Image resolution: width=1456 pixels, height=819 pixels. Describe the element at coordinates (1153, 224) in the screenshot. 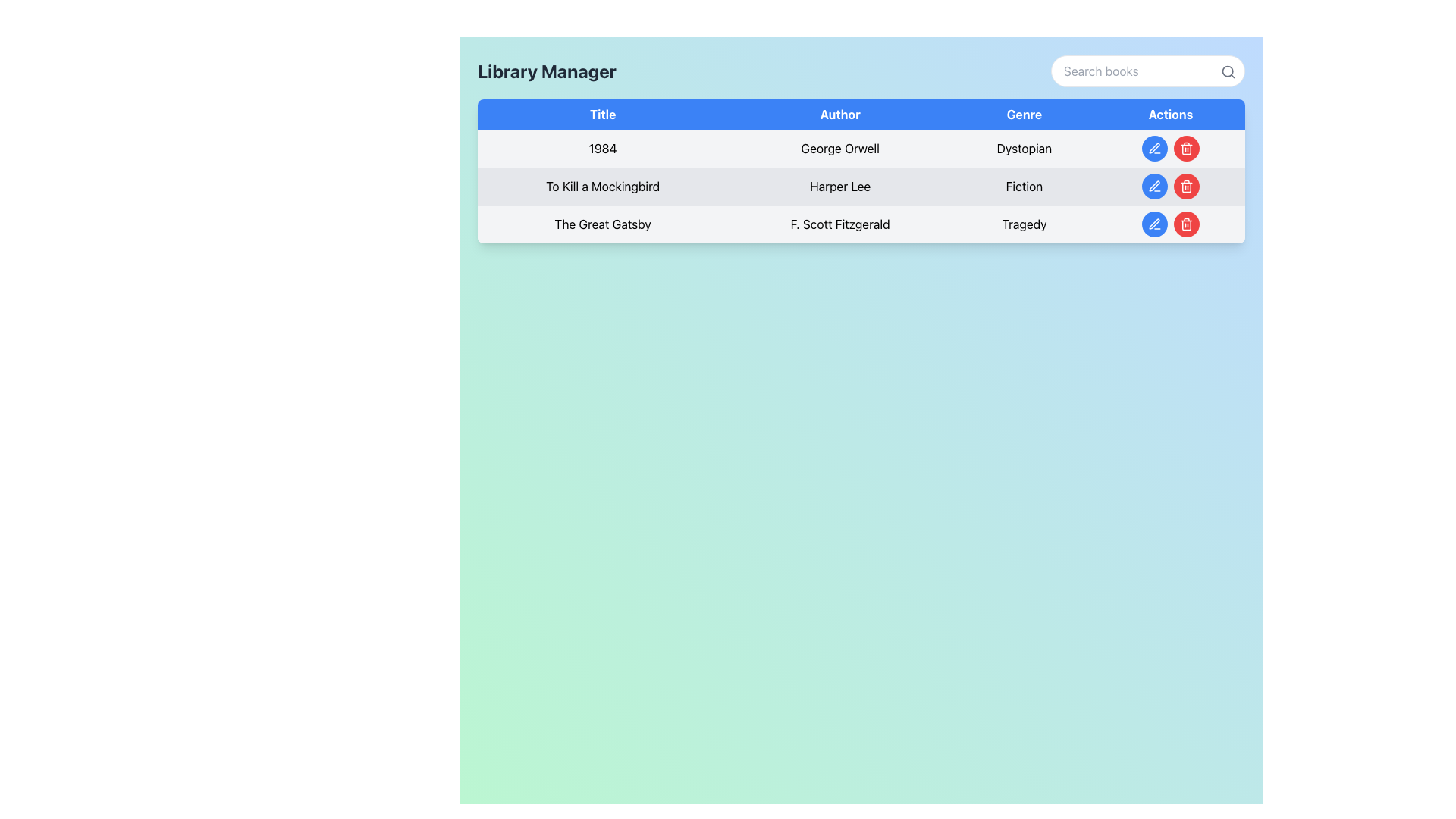

I see `the edit icon located in the 'Actions' column of the 'Library Manager' table, specifically next to the 'The Great Gatsby' entry` at that location.